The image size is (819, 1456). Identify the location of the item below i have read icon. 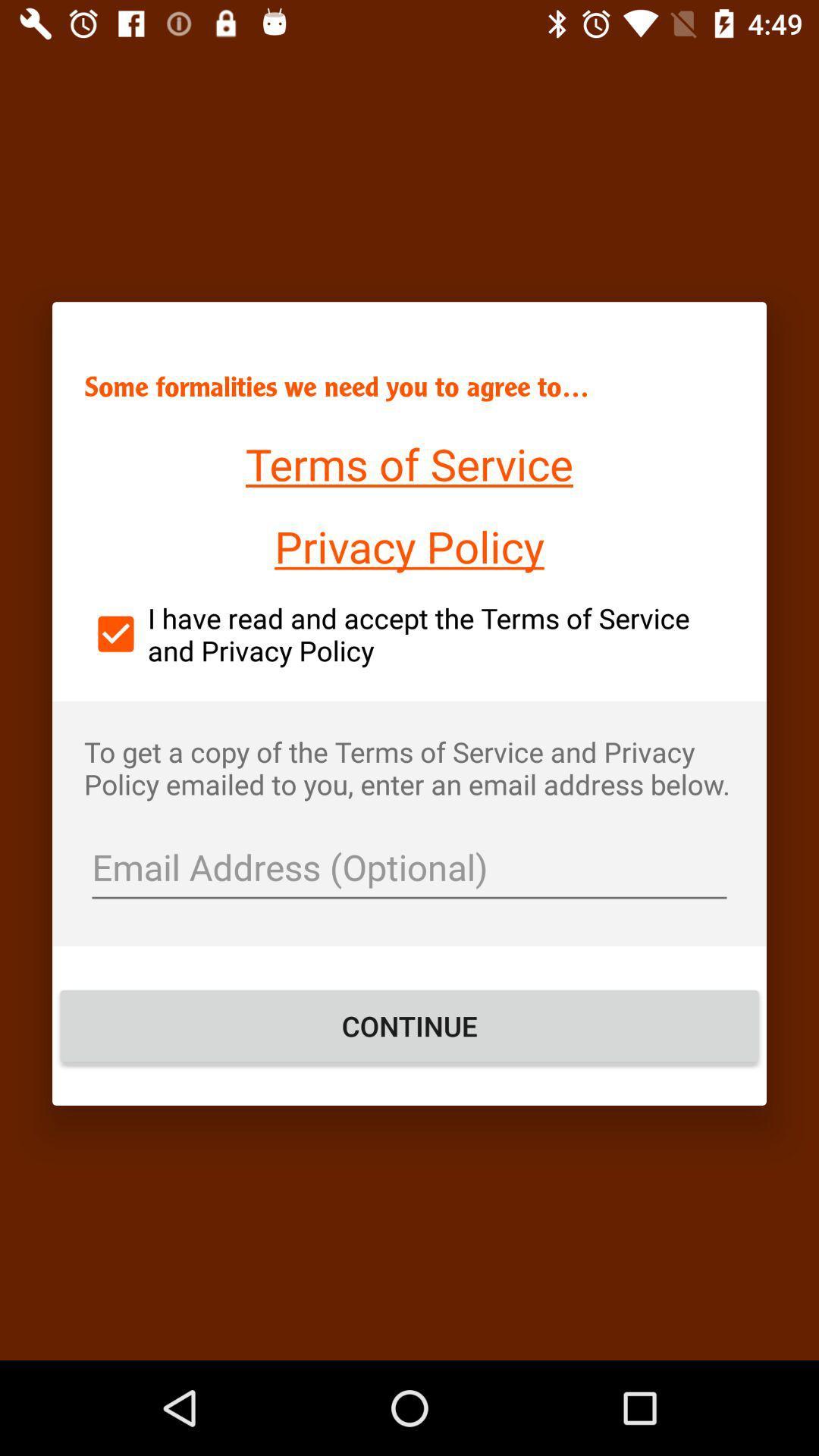
(409, 767).